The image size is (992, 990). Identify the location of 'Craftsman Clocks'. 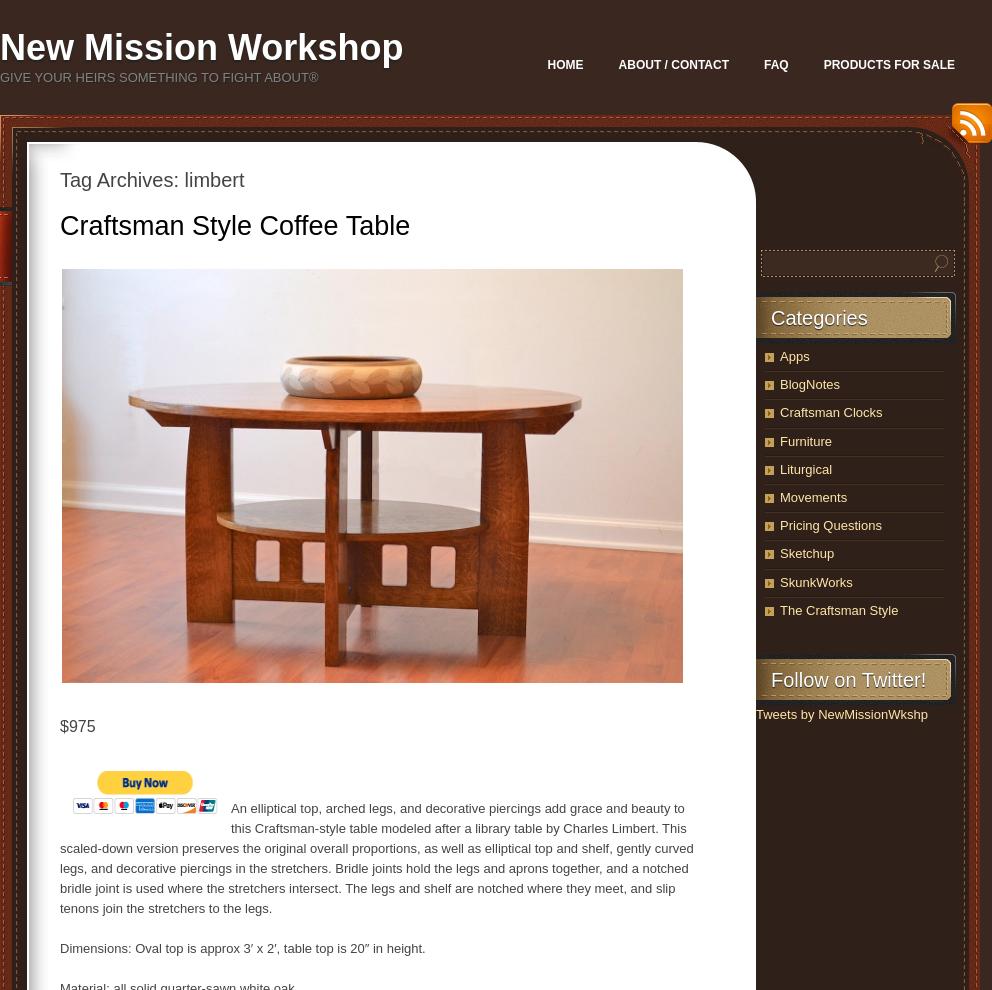
(779, 411).